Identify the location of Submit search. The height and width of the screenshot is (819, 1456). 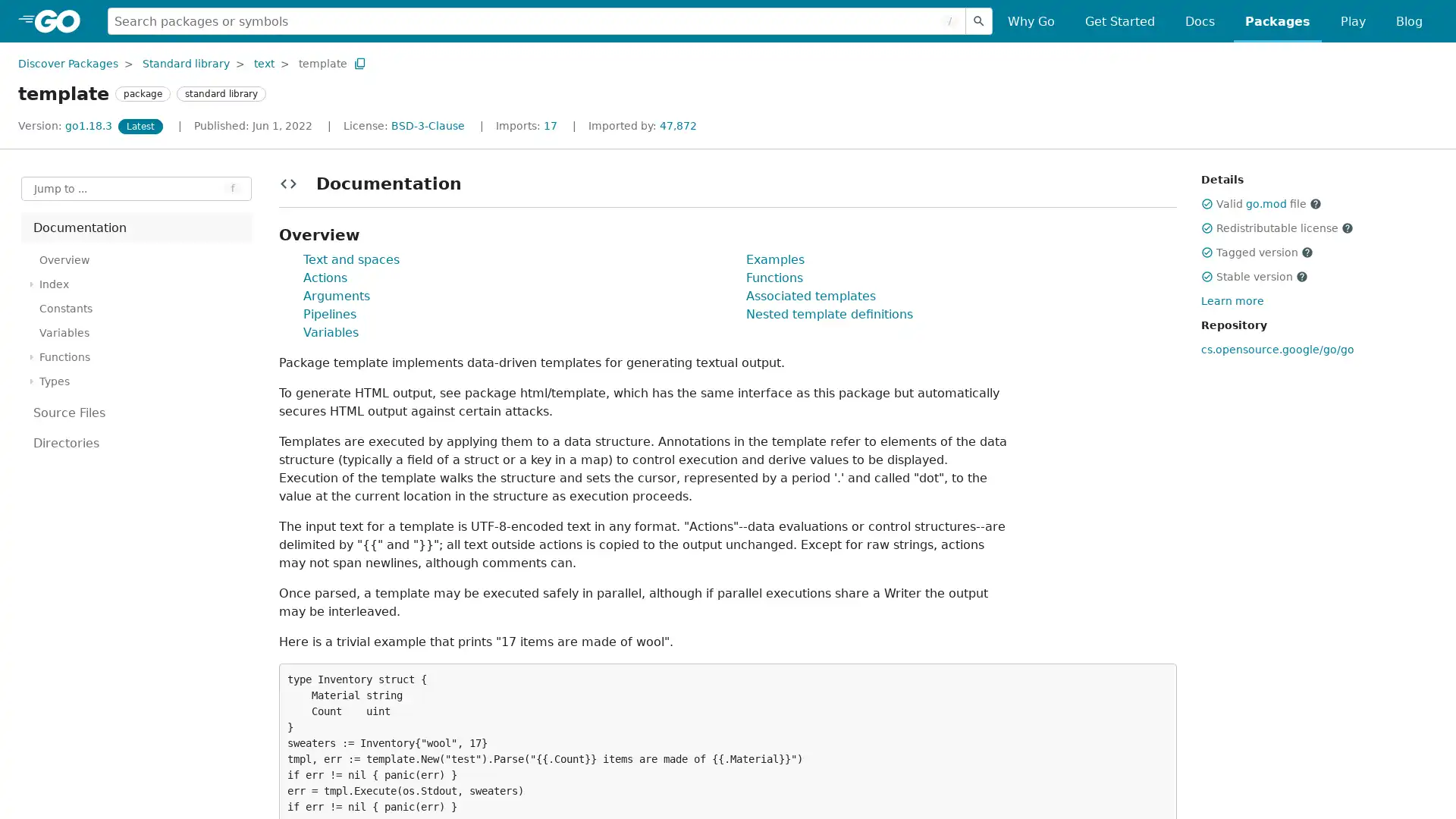
(979, 20).